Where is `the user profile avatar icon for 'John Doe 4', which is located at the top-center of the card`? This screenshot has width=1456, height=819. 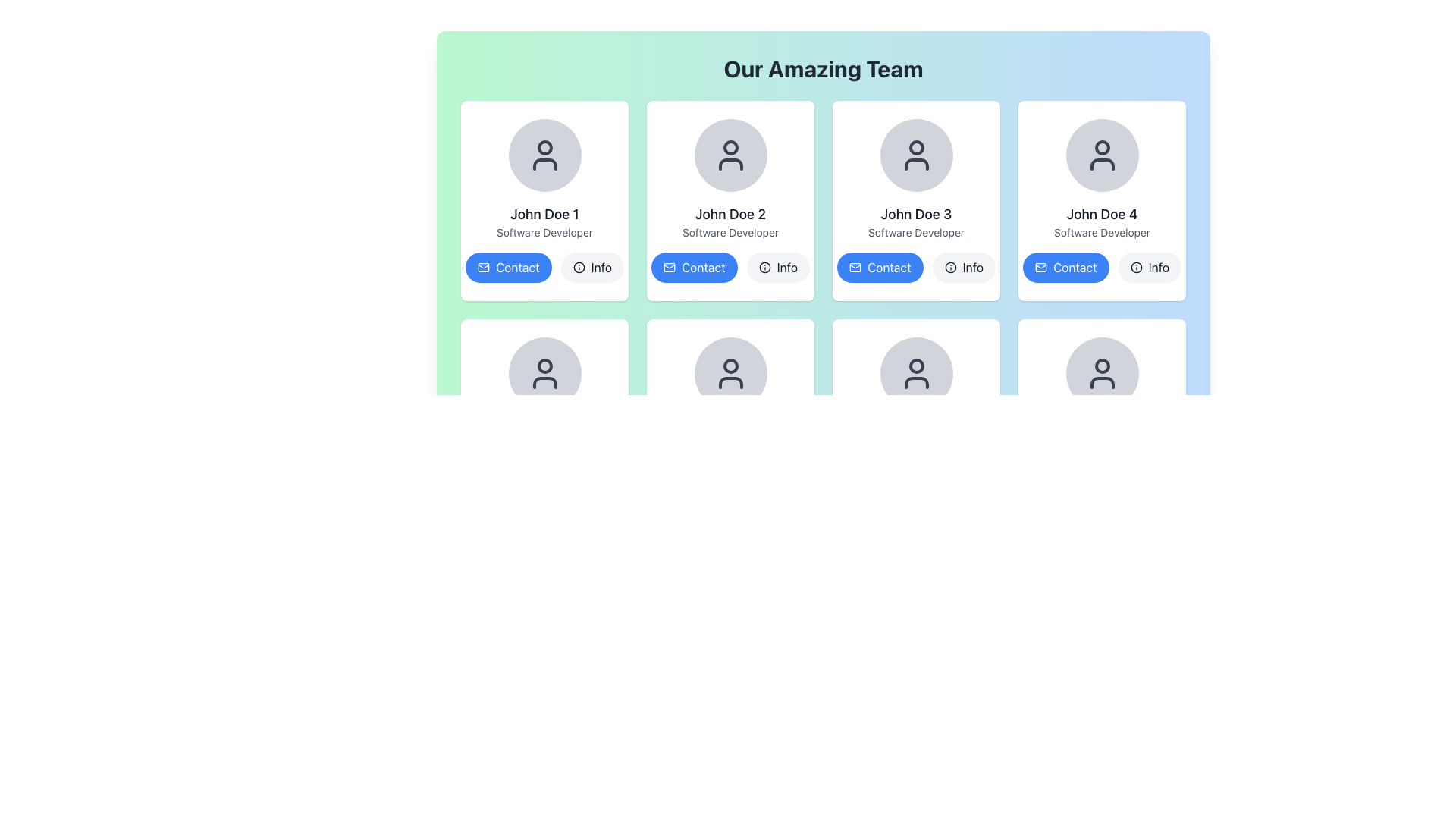
the user profile avatar icon for 'John Doe 4', which is located at the top-center of the card is located at coordinates (1102, 148).